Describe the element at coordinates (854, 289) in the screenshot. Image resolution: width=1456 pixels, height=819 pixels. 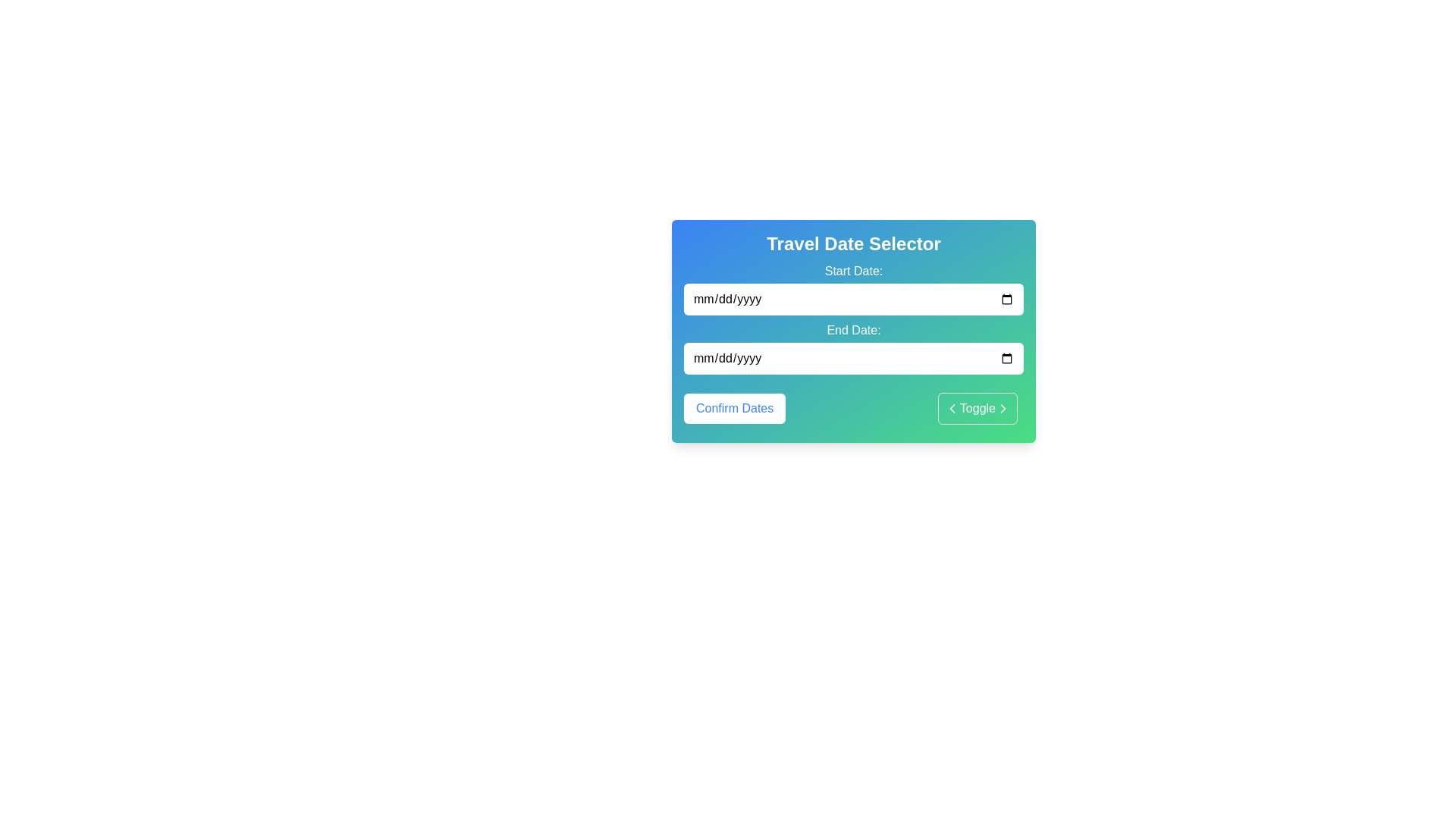
I see `text label that displays 'Start Date:' above the date input field in the 'Travel Date Selector' card` at that location.